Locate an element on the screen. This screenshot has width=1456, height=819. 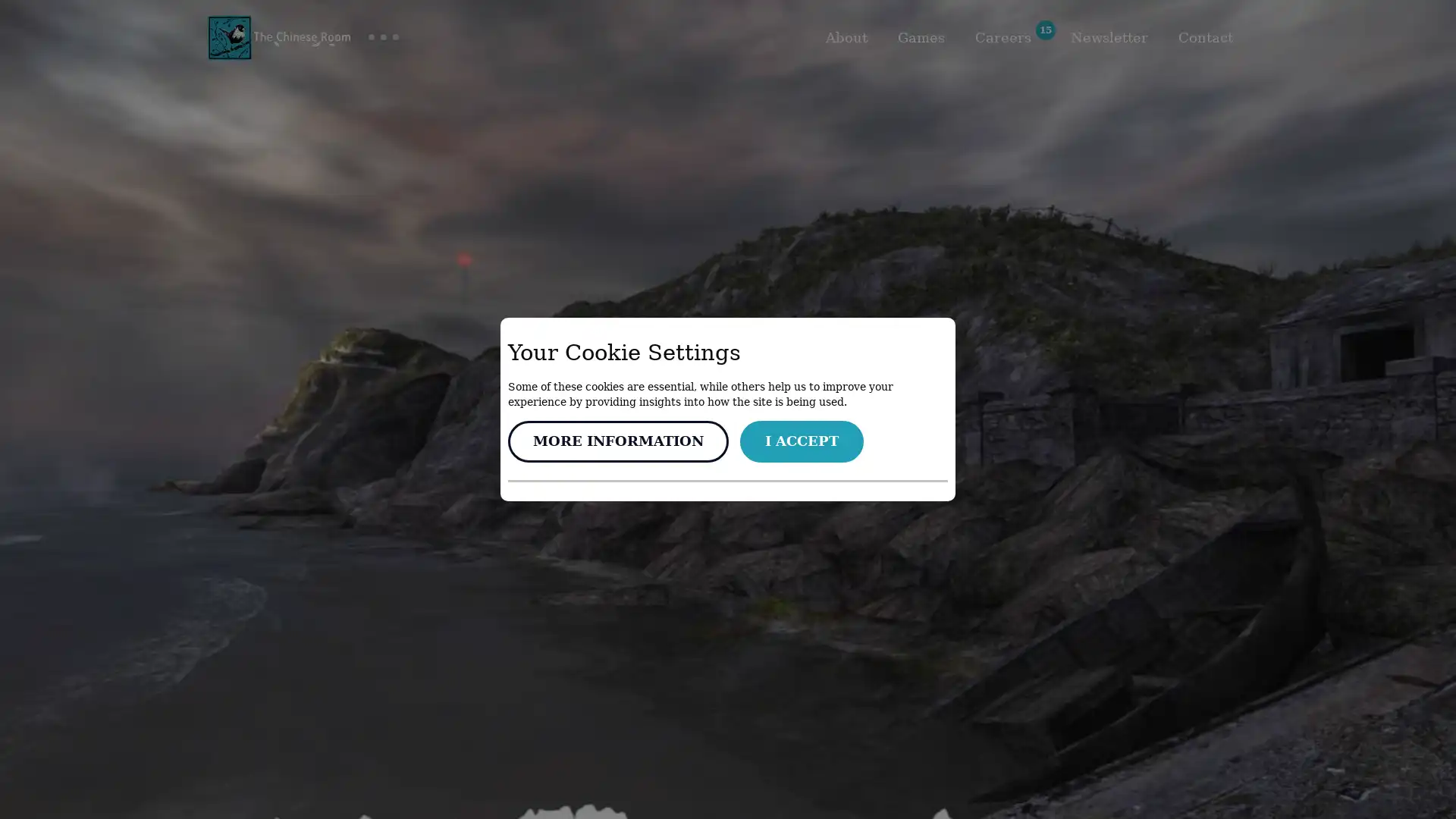
MORE INFORMATION is located at coordinates (618, 441).